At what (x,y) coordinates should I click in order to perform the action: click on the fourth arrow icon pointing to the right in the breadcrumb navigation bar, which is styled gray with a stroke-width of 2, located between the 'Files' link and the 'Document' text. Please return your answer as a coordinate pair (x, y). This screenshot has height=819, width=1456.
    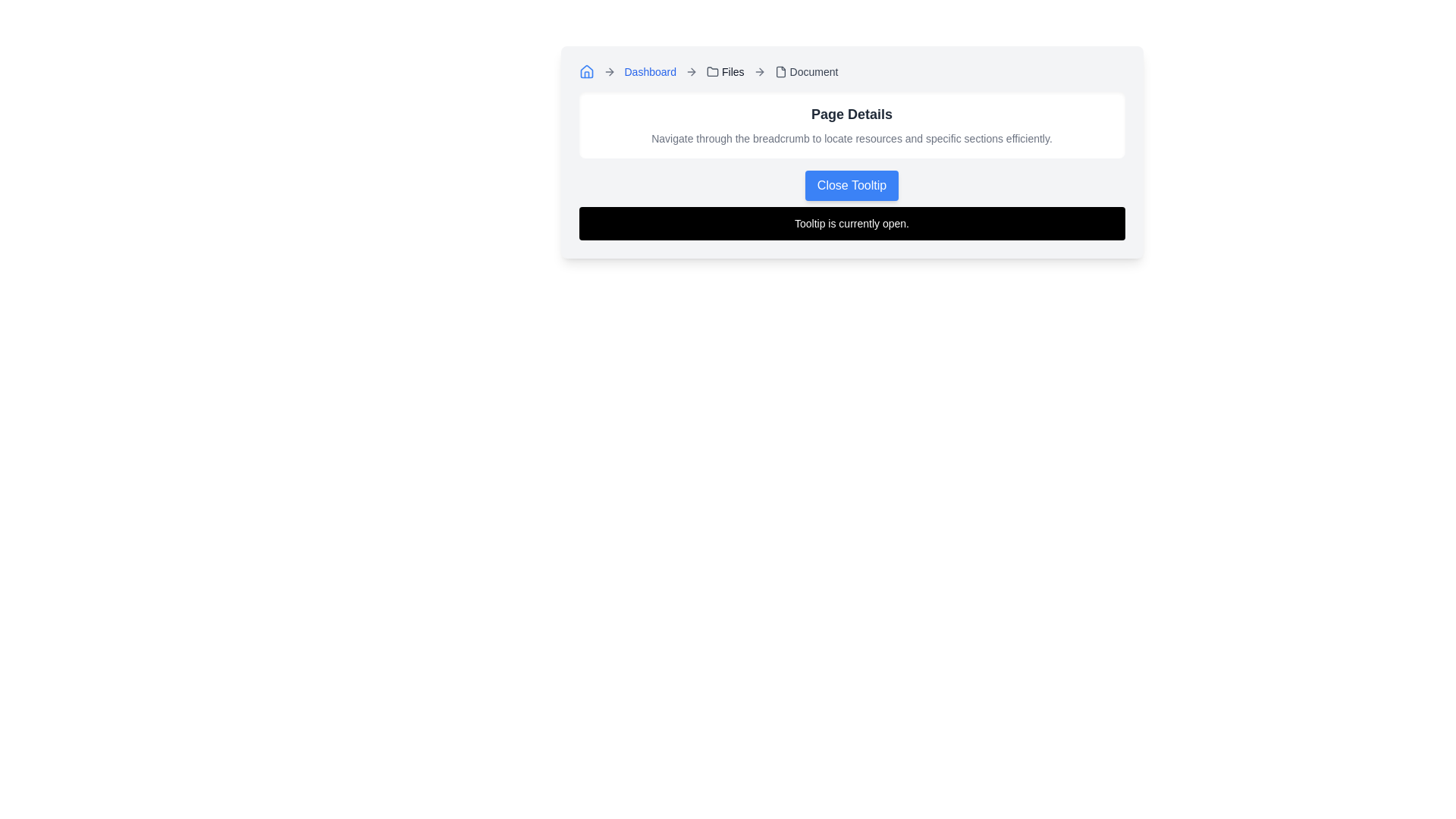
    Looking at the image, I should click on (759, 72).